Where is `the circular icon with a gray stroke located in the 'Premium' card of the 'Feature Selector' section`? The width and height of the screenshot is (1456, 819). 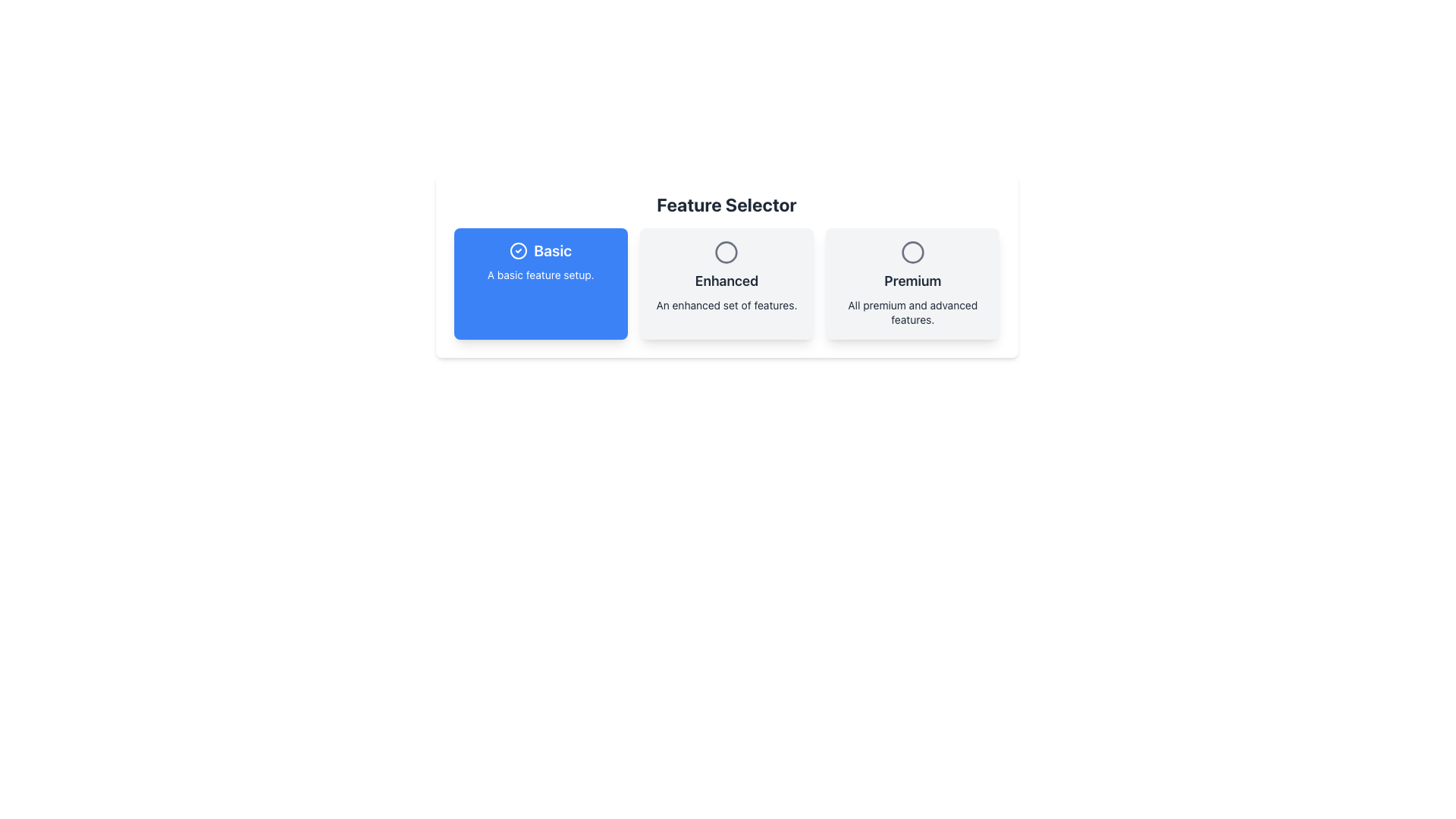 the circular icon with a gray stroke located in the 'Premium' card of the 'Feature Selector' section is located at coordinates (912, 251).